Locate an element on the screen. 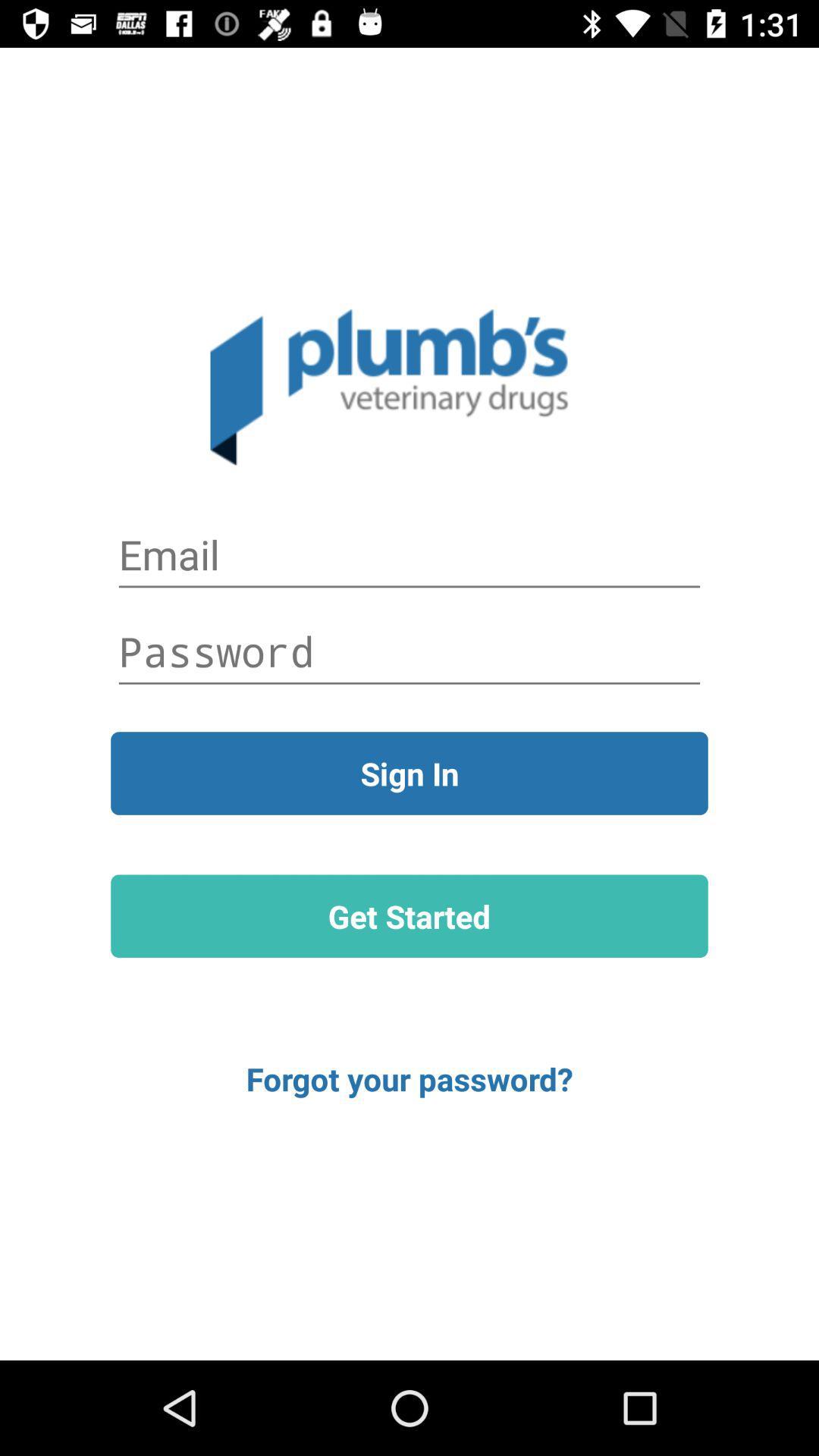 This screenshot has height=1456, width=819. autoplay option is located at coordinates (409, 554).